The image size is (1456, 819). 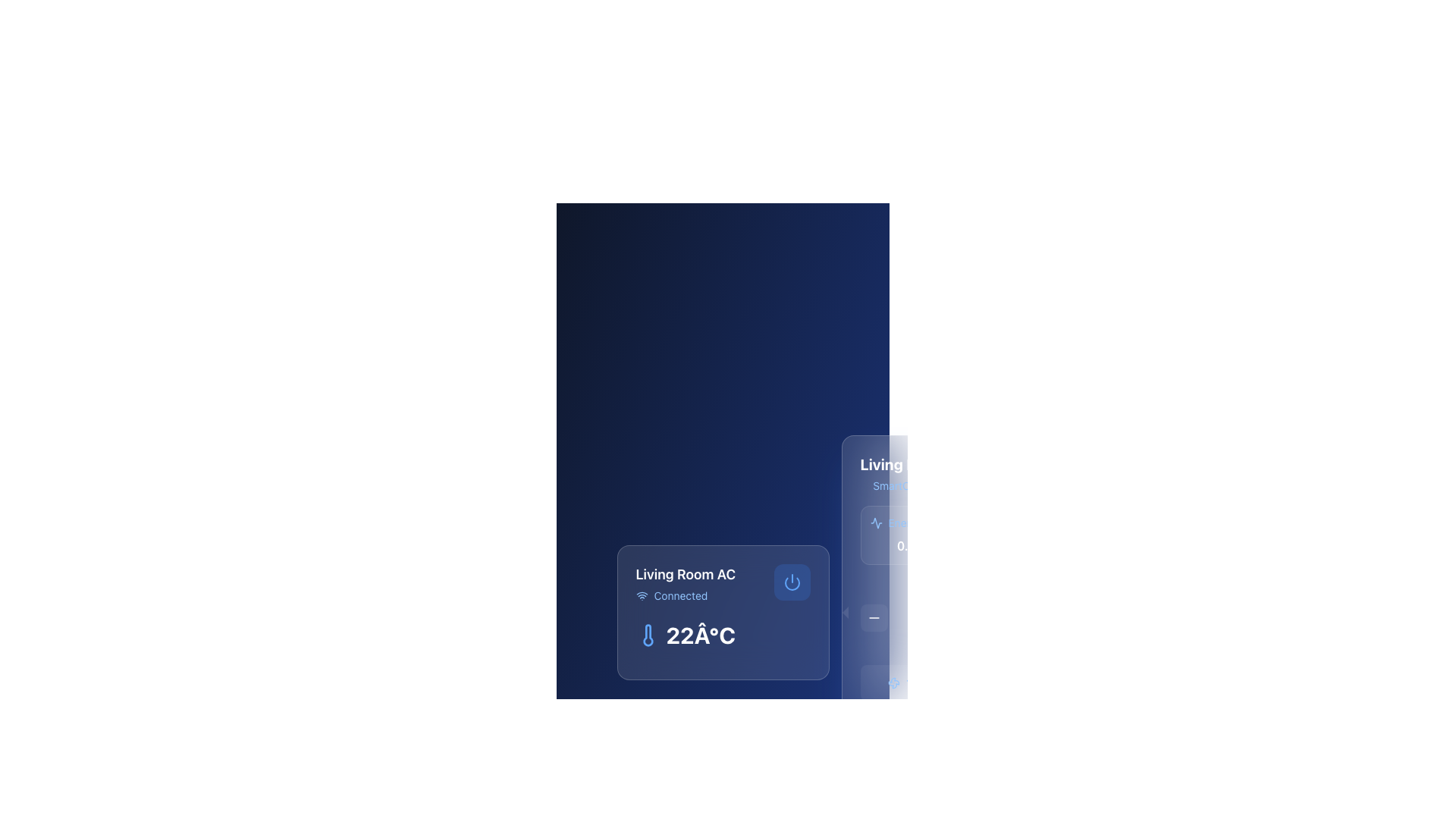 What do you see at coordinates (722, 635) in the screenshot?
I see `temperature value displayed as '22Â°C' next to the thermometer icon in the card component` at bounding box center [722, 635].